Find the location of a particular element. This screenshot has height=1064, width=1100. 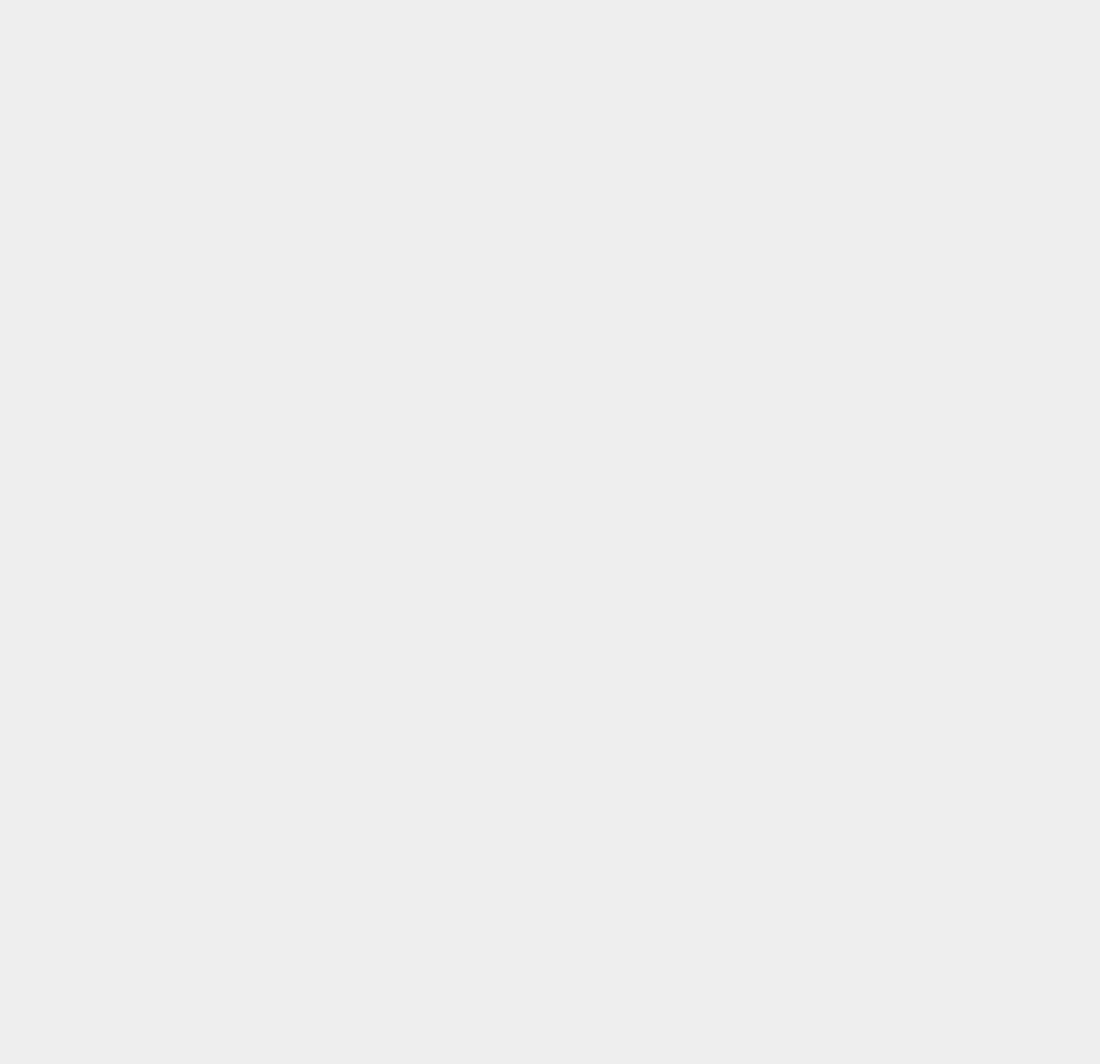

'Megaupload' is located at coordinates (816, 717).